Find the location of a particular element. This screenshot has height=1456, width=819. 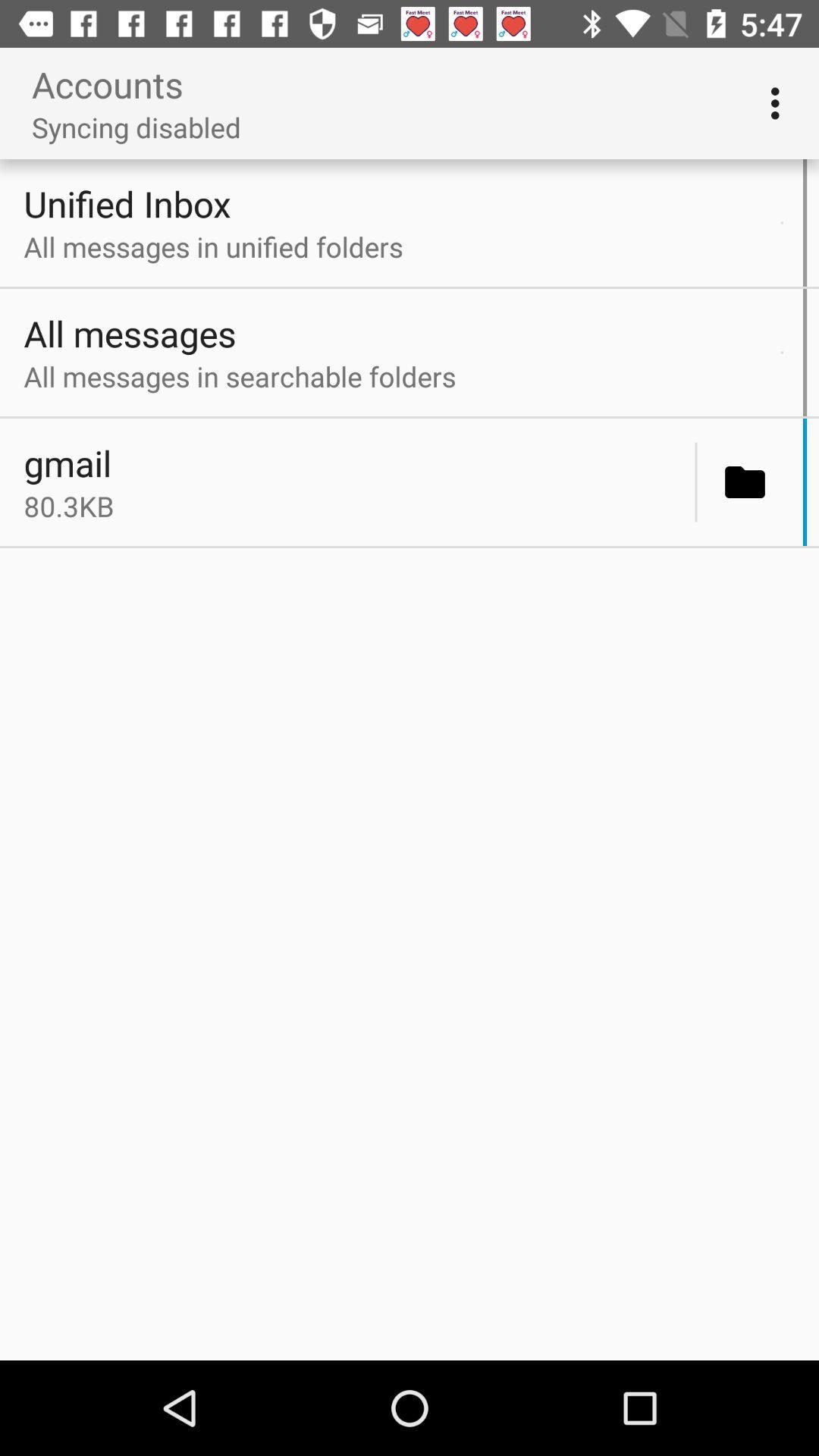

icon to the right of gmail item is located at coordinates (696, 482).